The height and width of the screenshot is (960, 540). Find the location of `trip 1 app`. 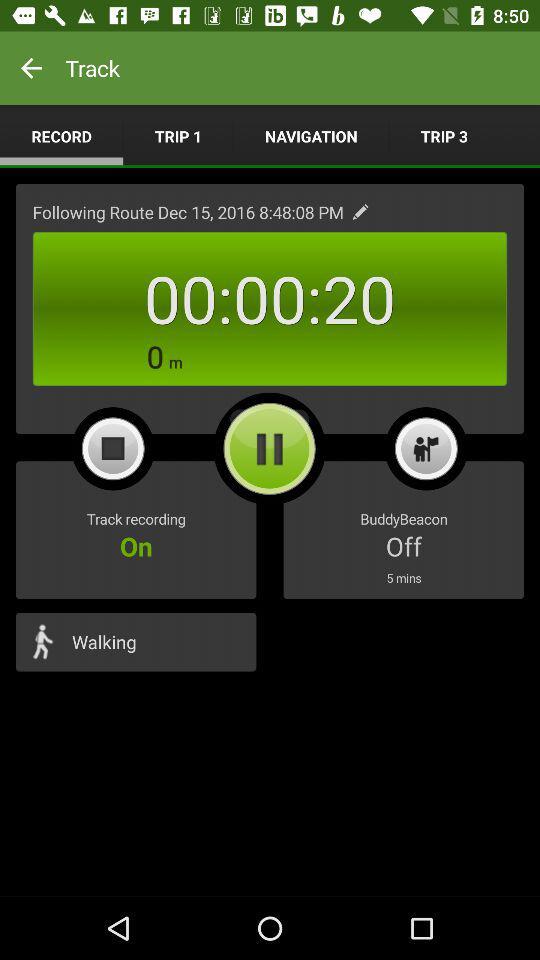

trip 1 app is located at coordinates (178, 135).